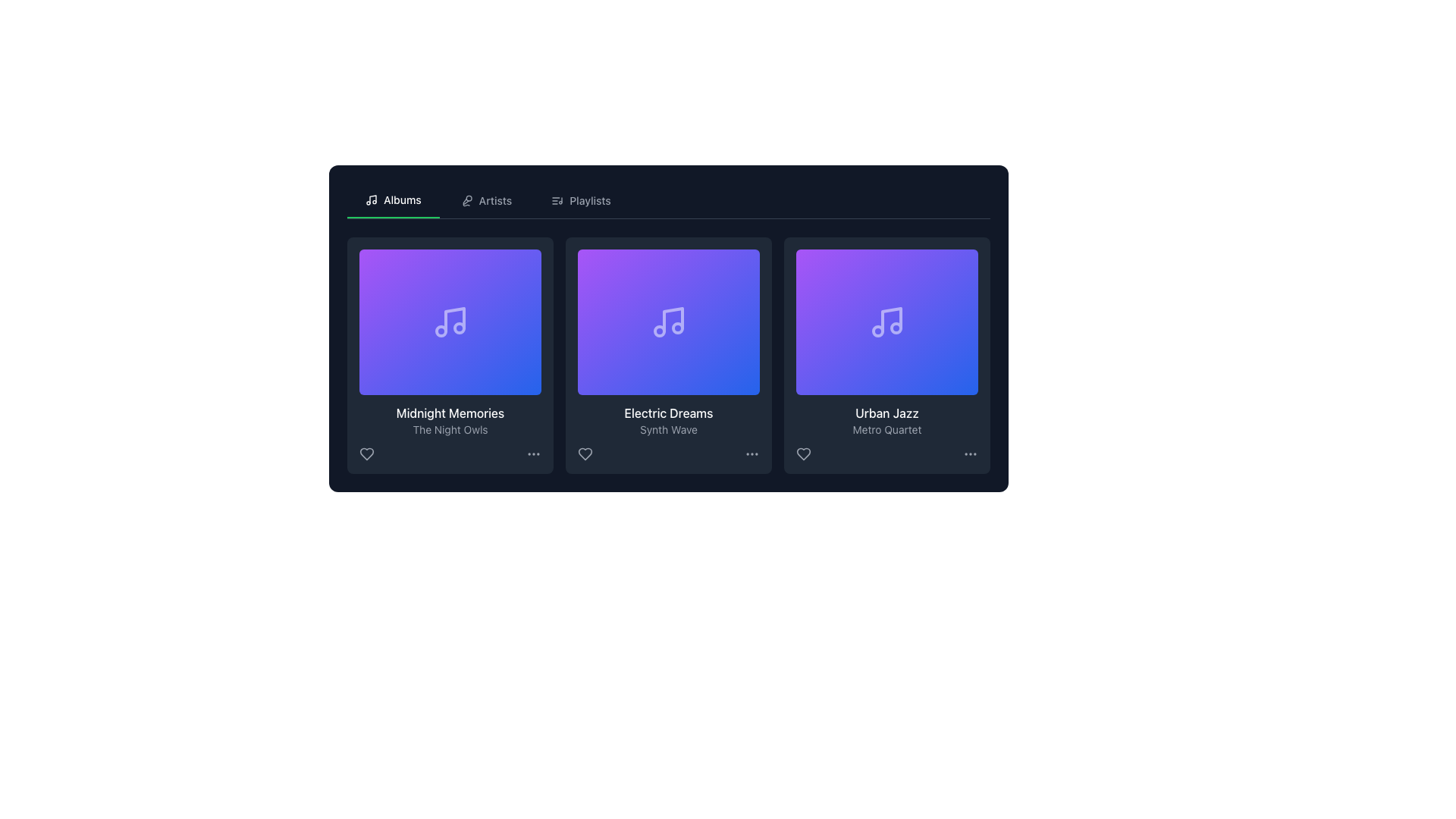  Describe the element at coordinates (668, 321) in the screenshot. I see `the 'Electric Dreams' album card located in the middle slot of the grid layout under the 'Albums' section` at that location.